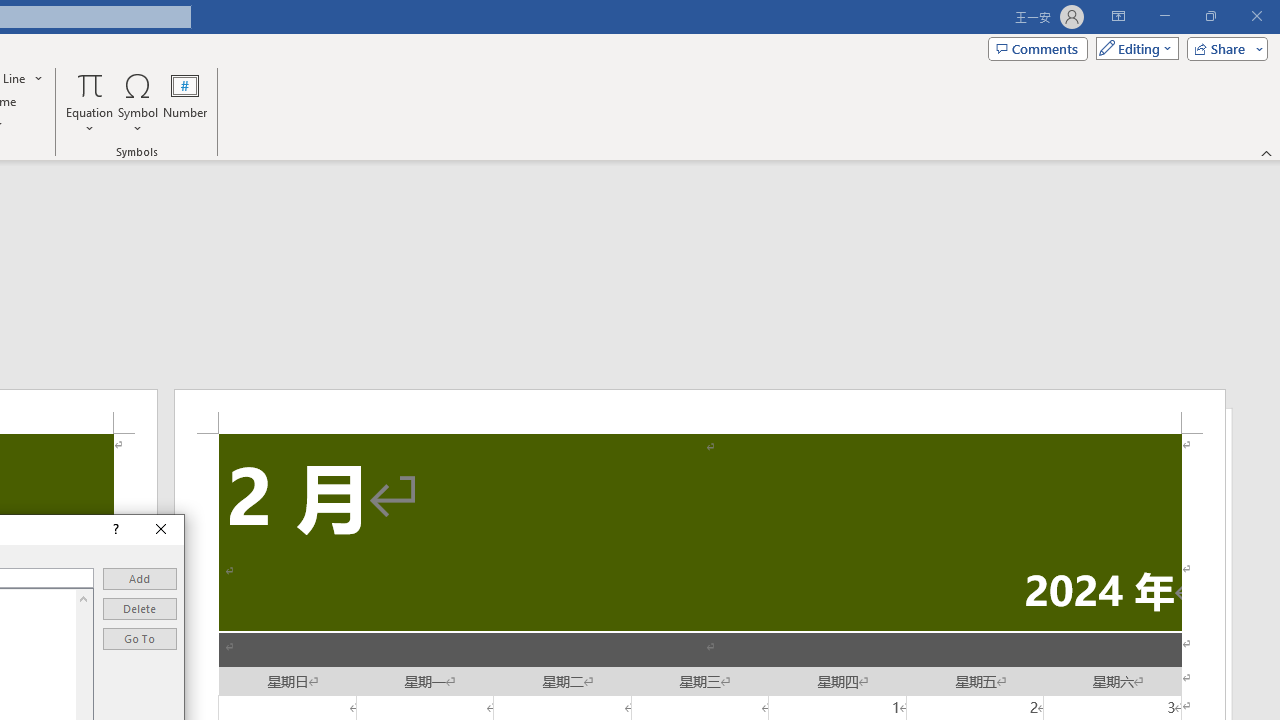 The image size is (1280, 720). What do you see at coordinates (700, 410) in the screenshot?
I see `'Header -Section 2-'` at bounding box center [700, 410].